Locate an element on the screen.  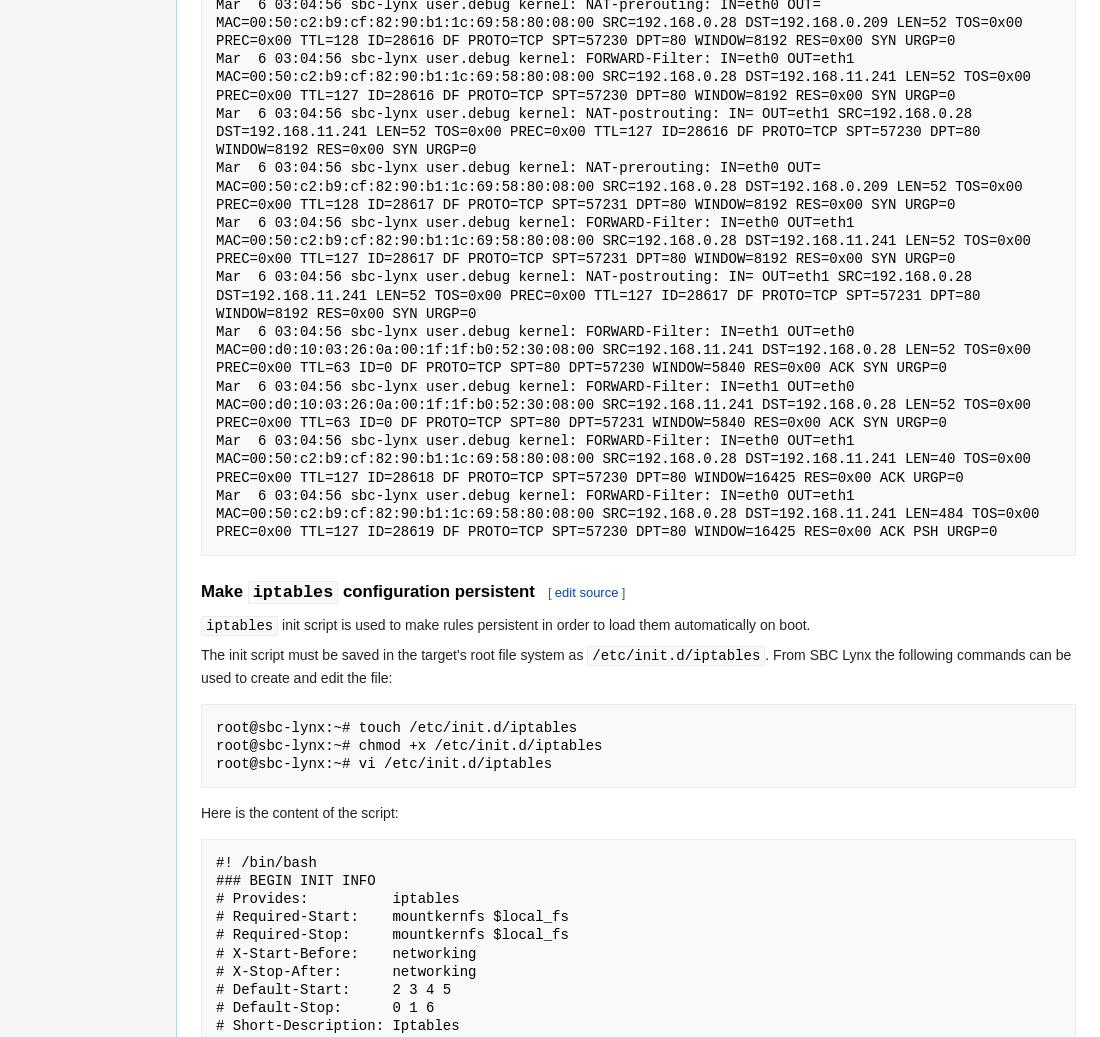
'The init script must be saved in the target's root file system as' is located at coordinates (394, 654).